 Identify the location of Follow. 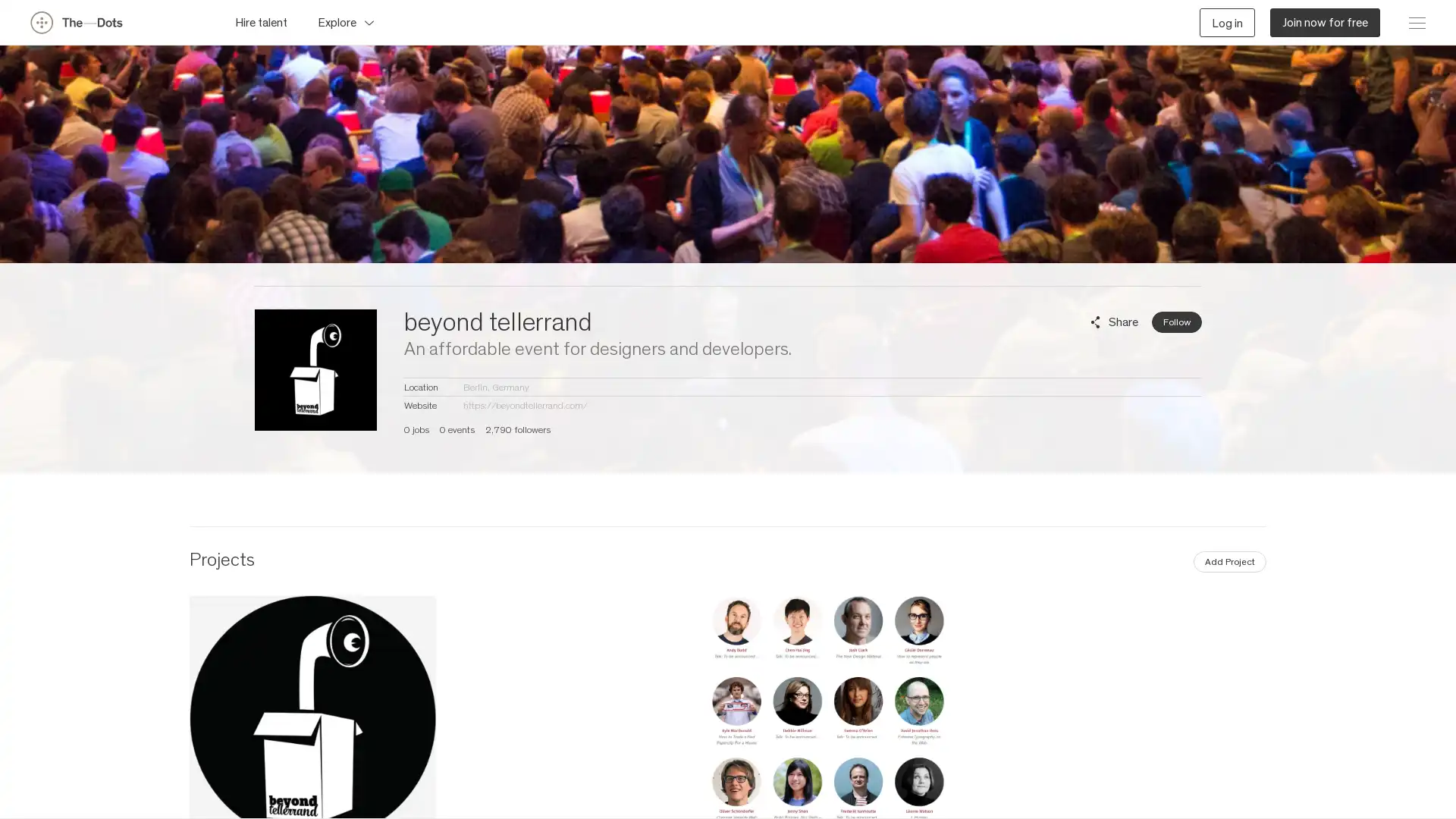
(1175, 321).